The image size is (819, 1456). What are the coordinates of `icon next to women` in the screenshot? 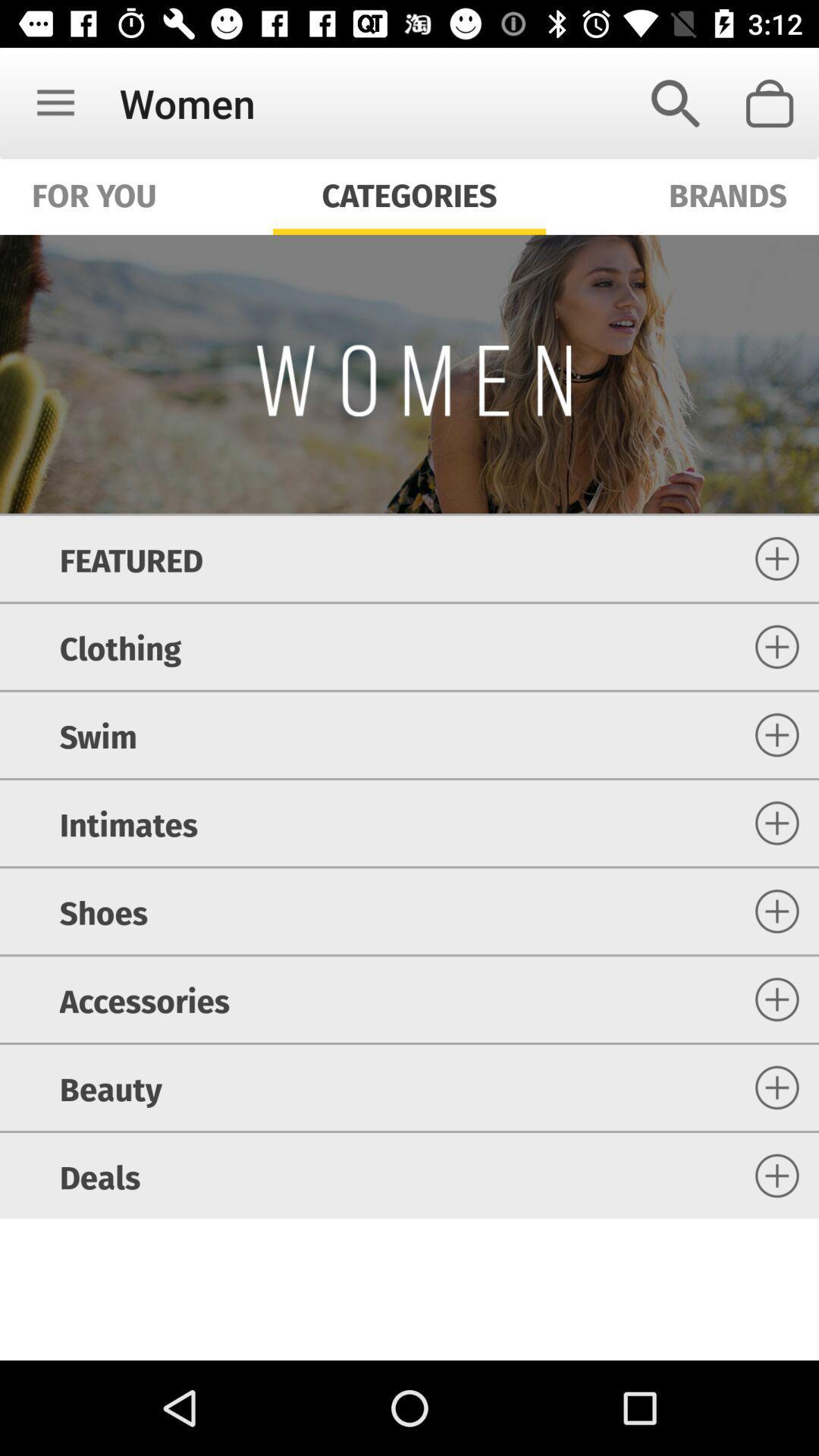 It's located at (55, 102).